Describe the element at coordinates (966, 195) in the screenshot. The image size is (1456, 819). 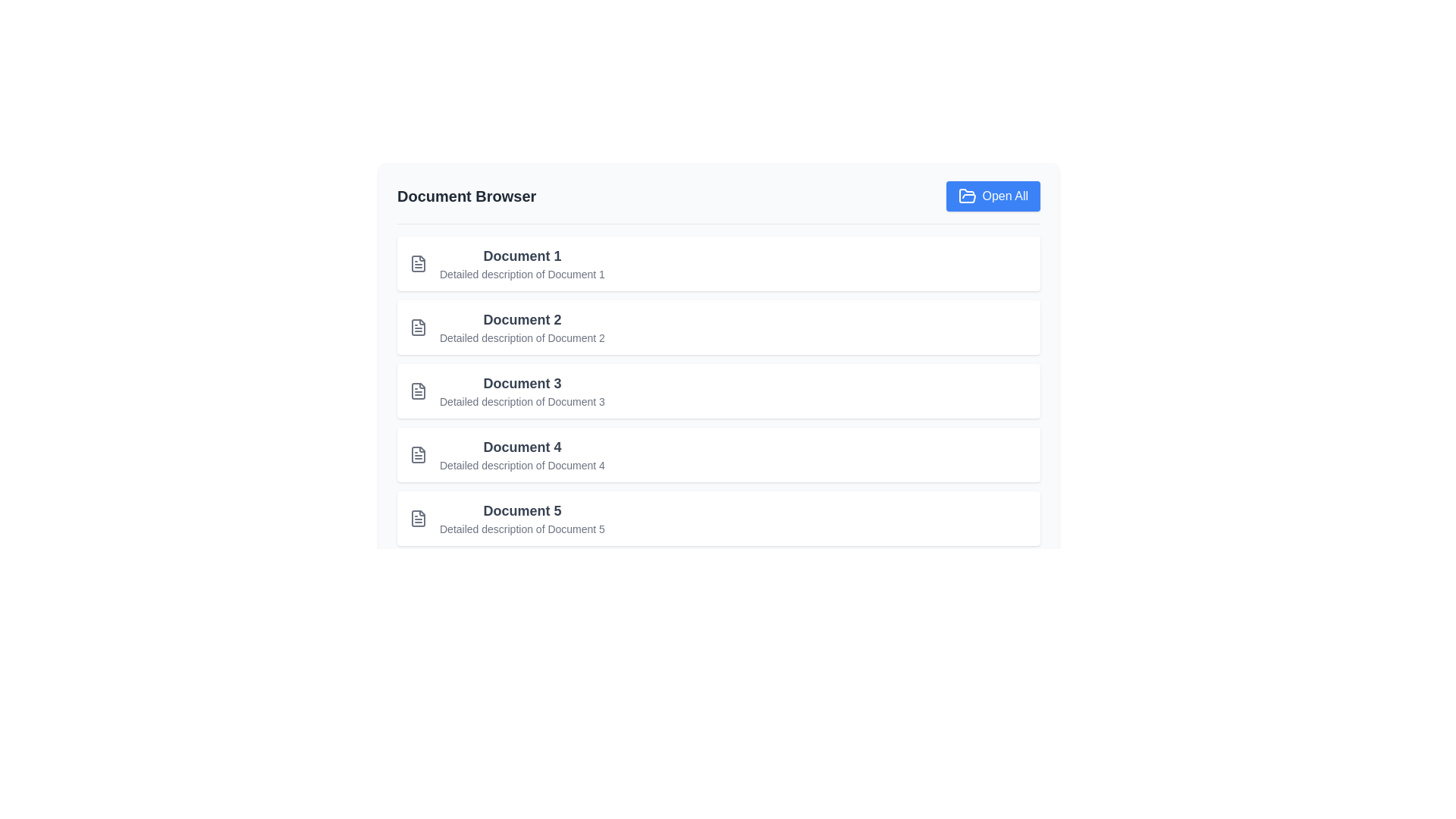
I see `the open folder icon with a blue outline located at the top-right corner of the interface, adjacent to the 'Open All' button` at that location.